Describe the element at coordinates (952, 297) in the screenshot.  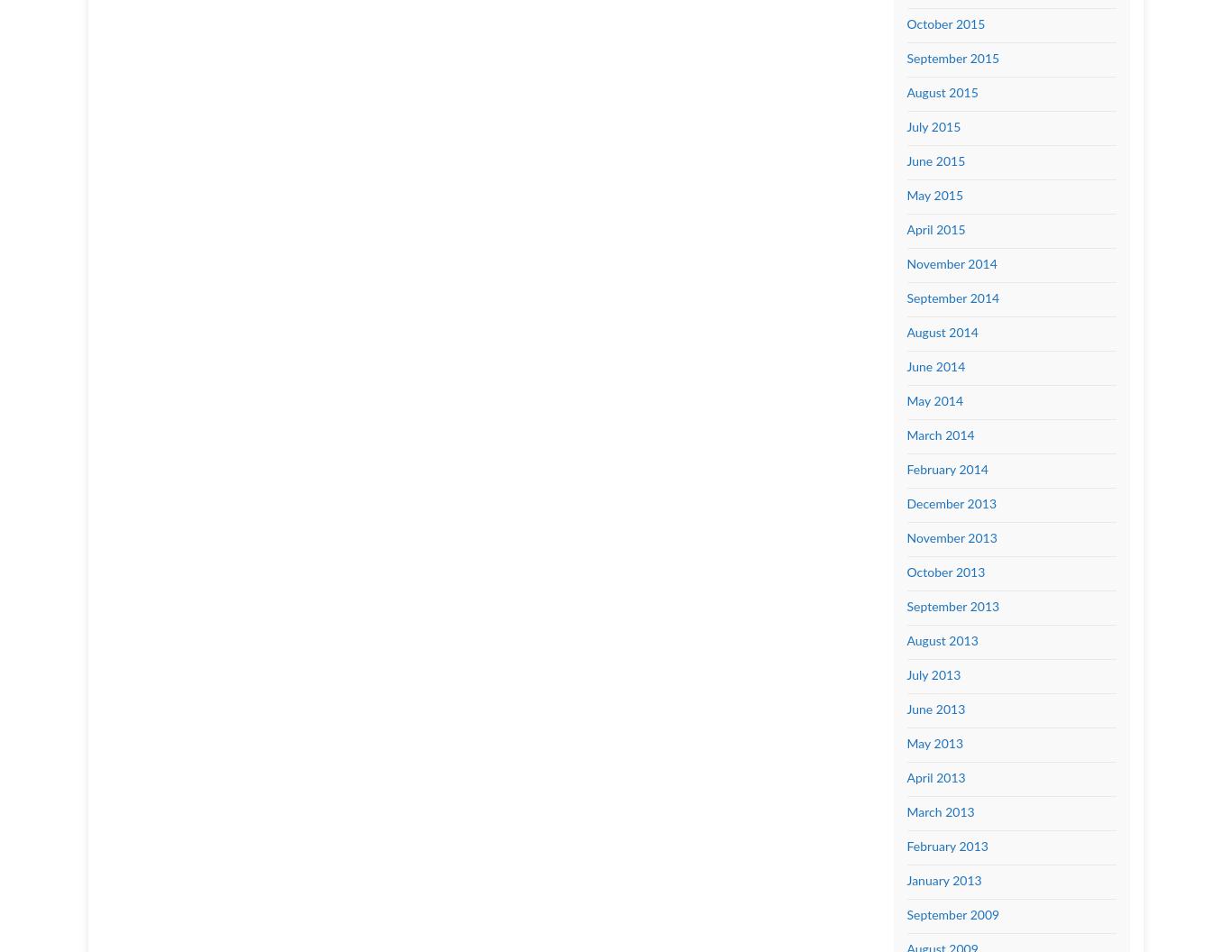
I see `'September 2014'` at that location.